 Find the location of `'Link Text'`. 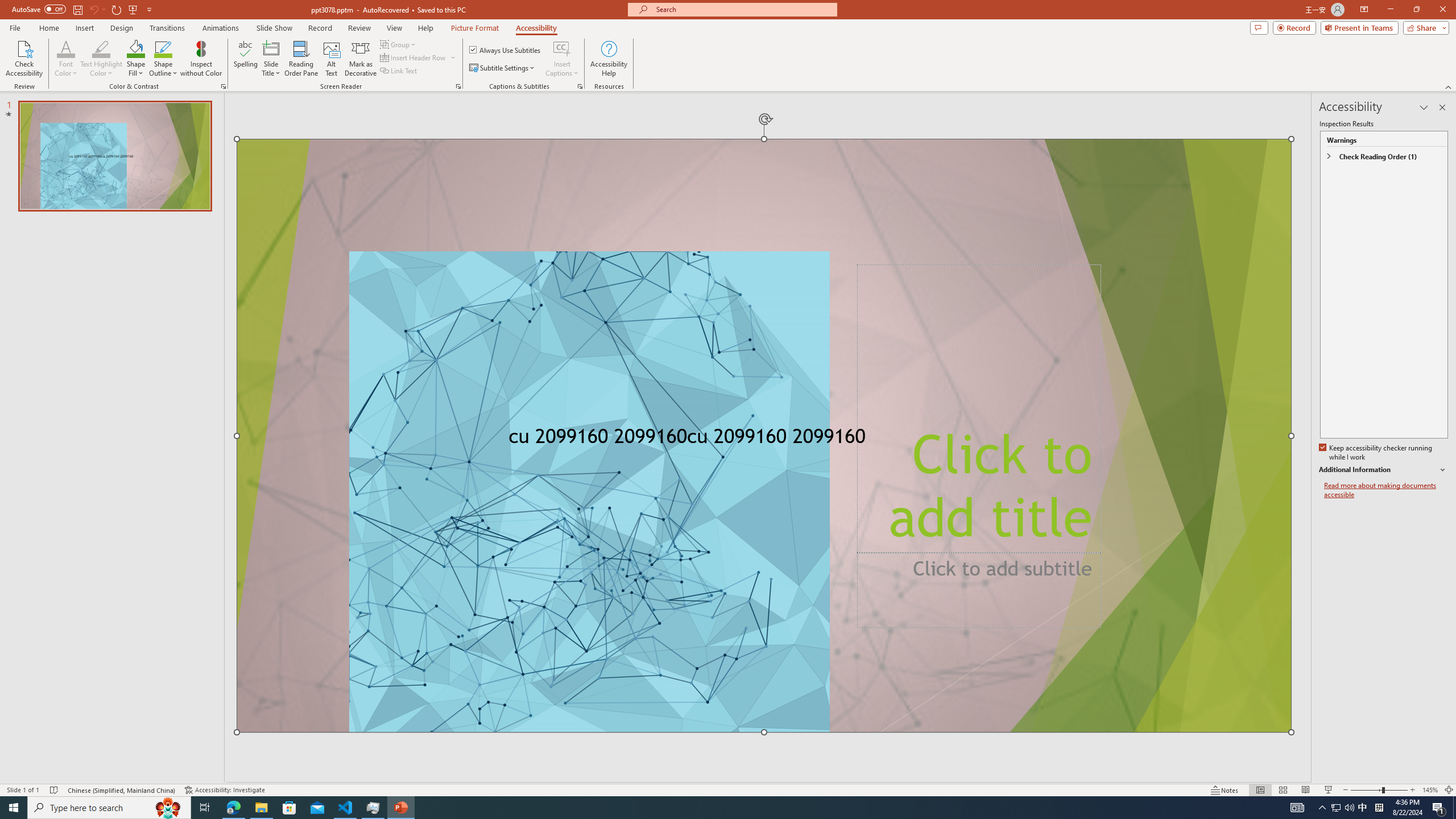

'Link Text' is located at coordinates (399, 69).